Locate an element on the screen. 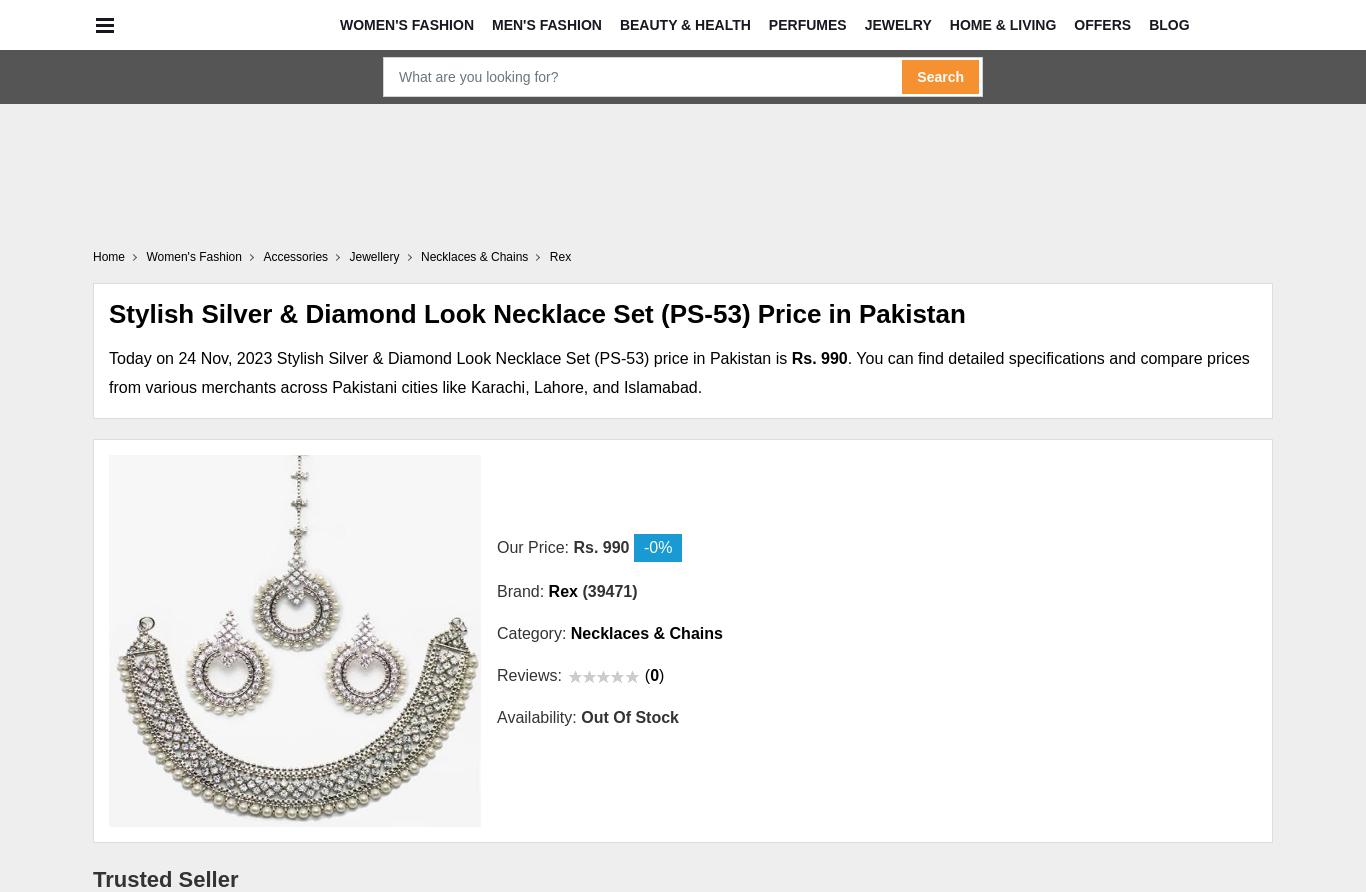 This screenshot has height=892, width=1366. 'Trusted Seller' is located at coordinates (164, 877).